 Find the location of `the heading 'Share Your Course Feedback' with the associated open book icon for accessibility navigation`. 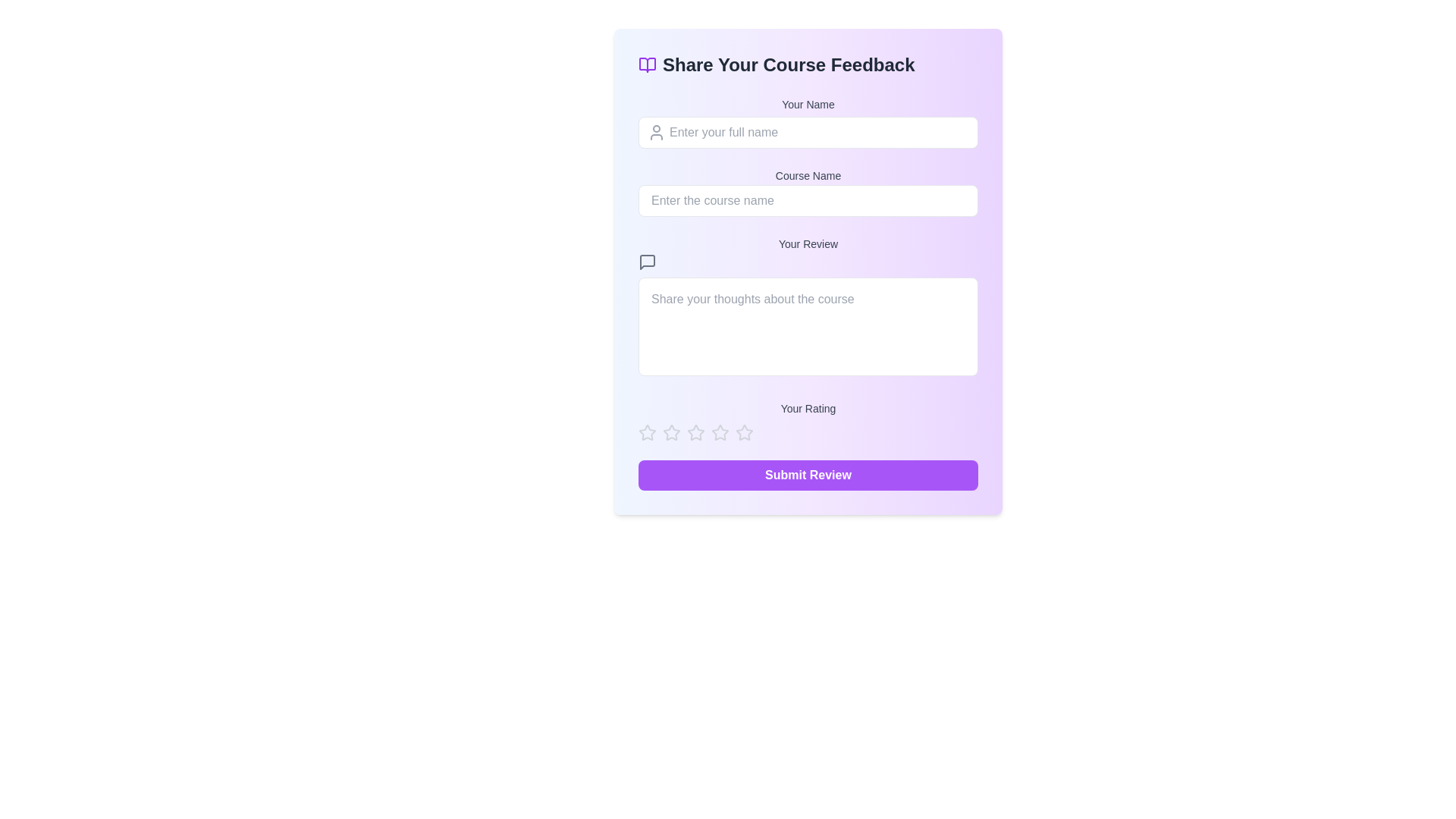

the heading 'Share Your Course Feedback' with the associated open book icon for accessibility navigation is located at coordinates (807, 64).